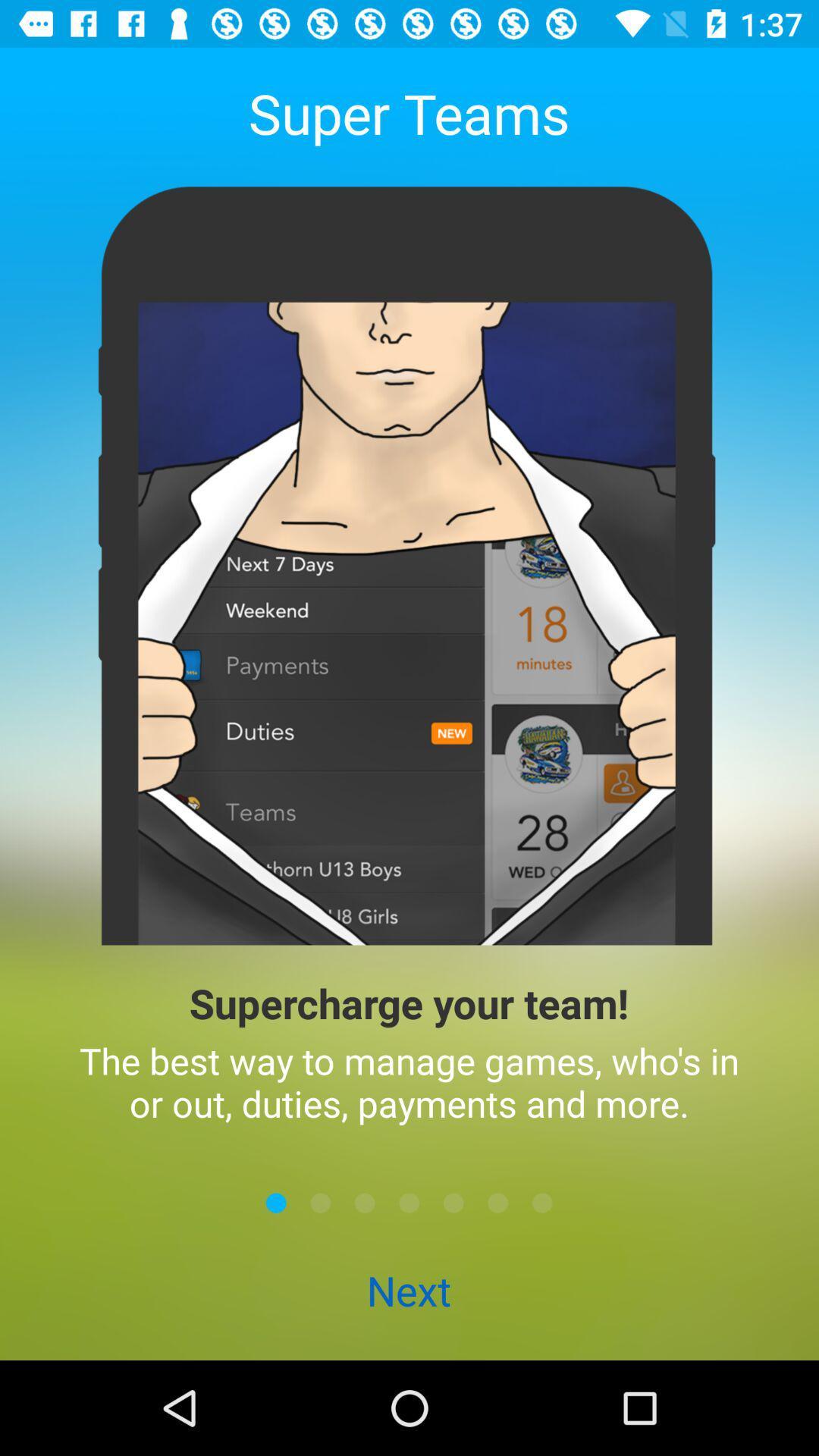  Describe the element at coordinates (409, 1202) in the screenshot. I see `move to the middle screen` at that location.